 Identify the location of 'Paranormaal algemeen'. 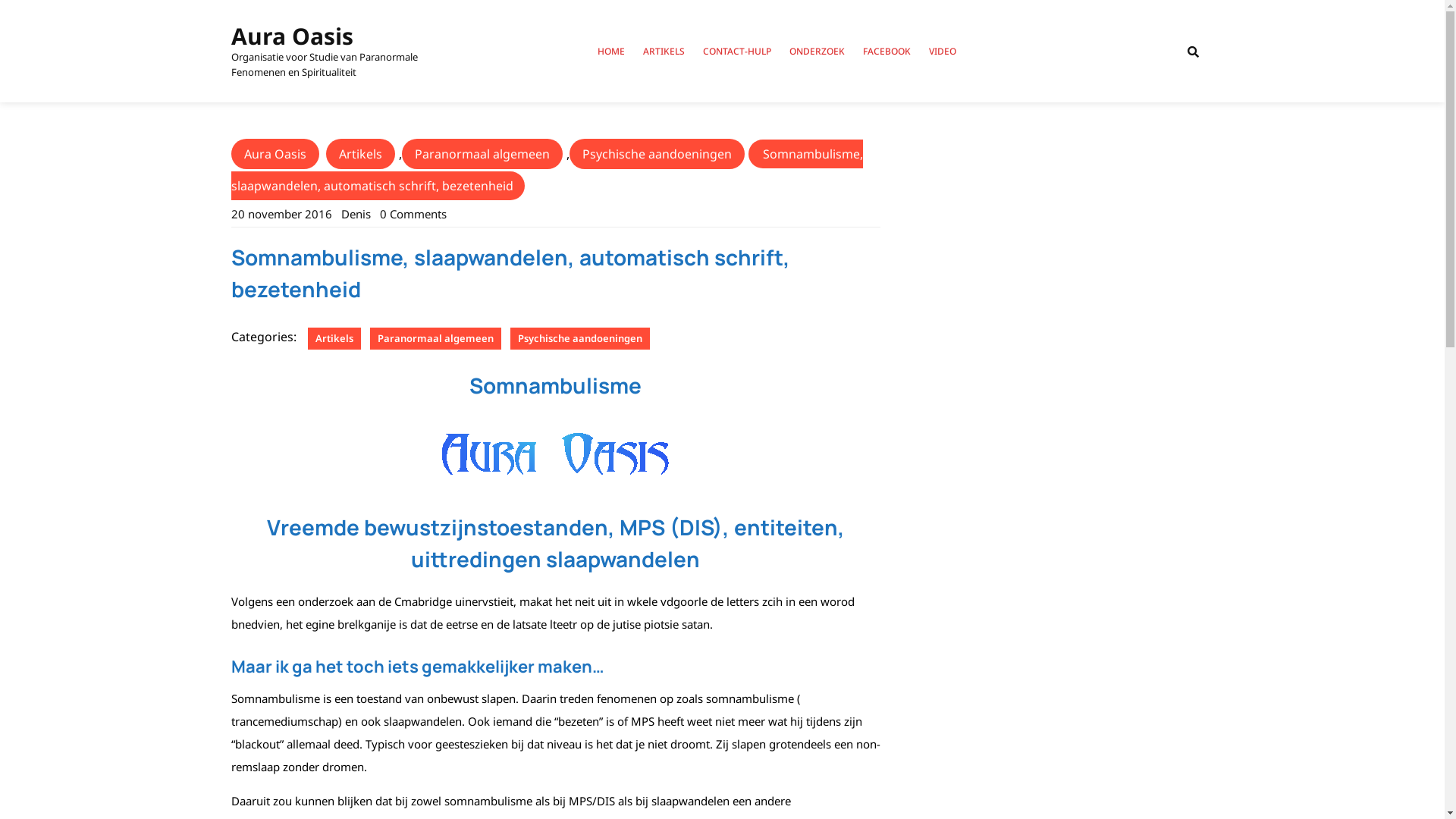
(401, 154).